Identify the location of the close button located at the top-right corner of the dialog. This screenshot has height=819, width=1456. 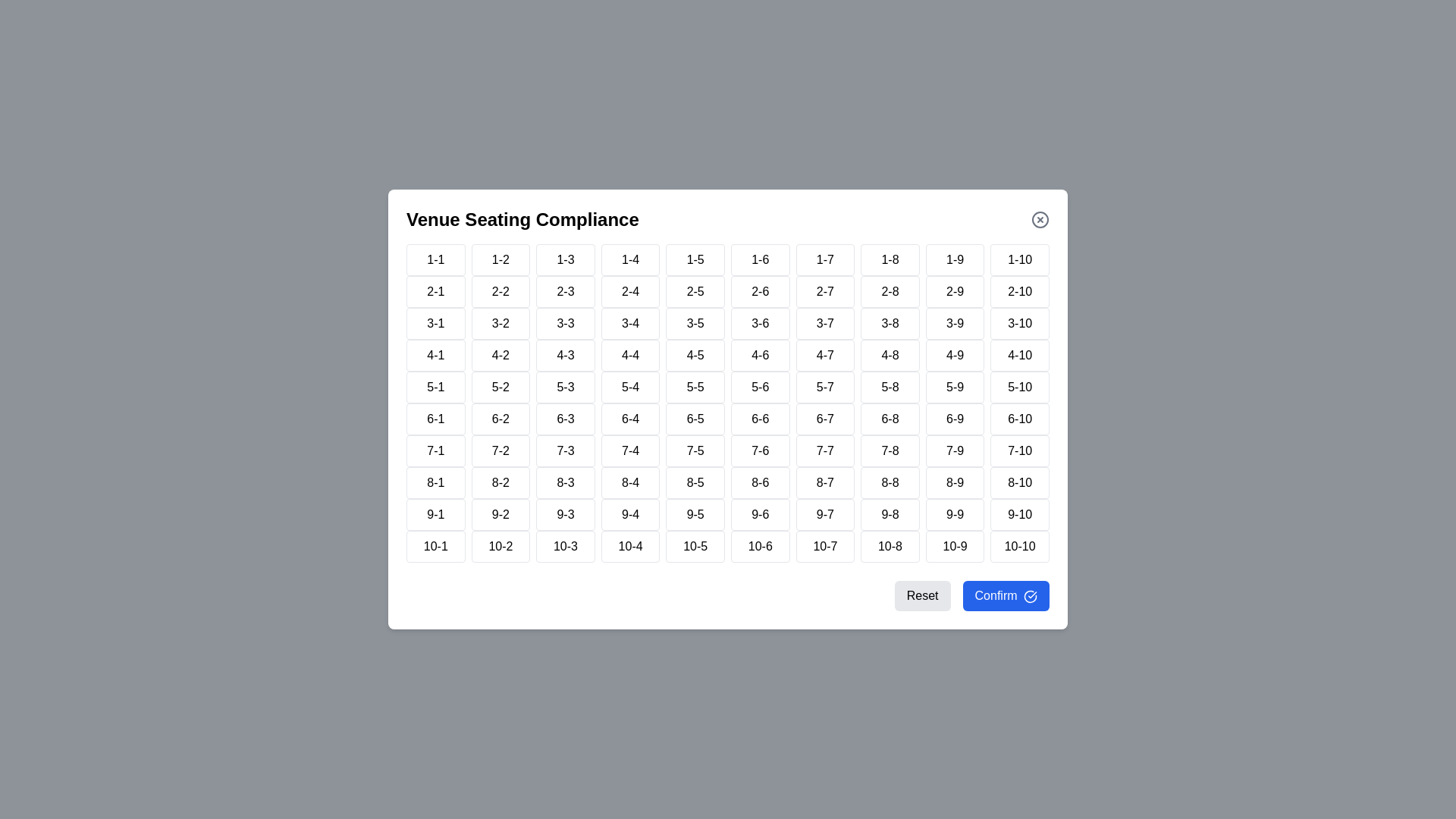
(1040, 219).